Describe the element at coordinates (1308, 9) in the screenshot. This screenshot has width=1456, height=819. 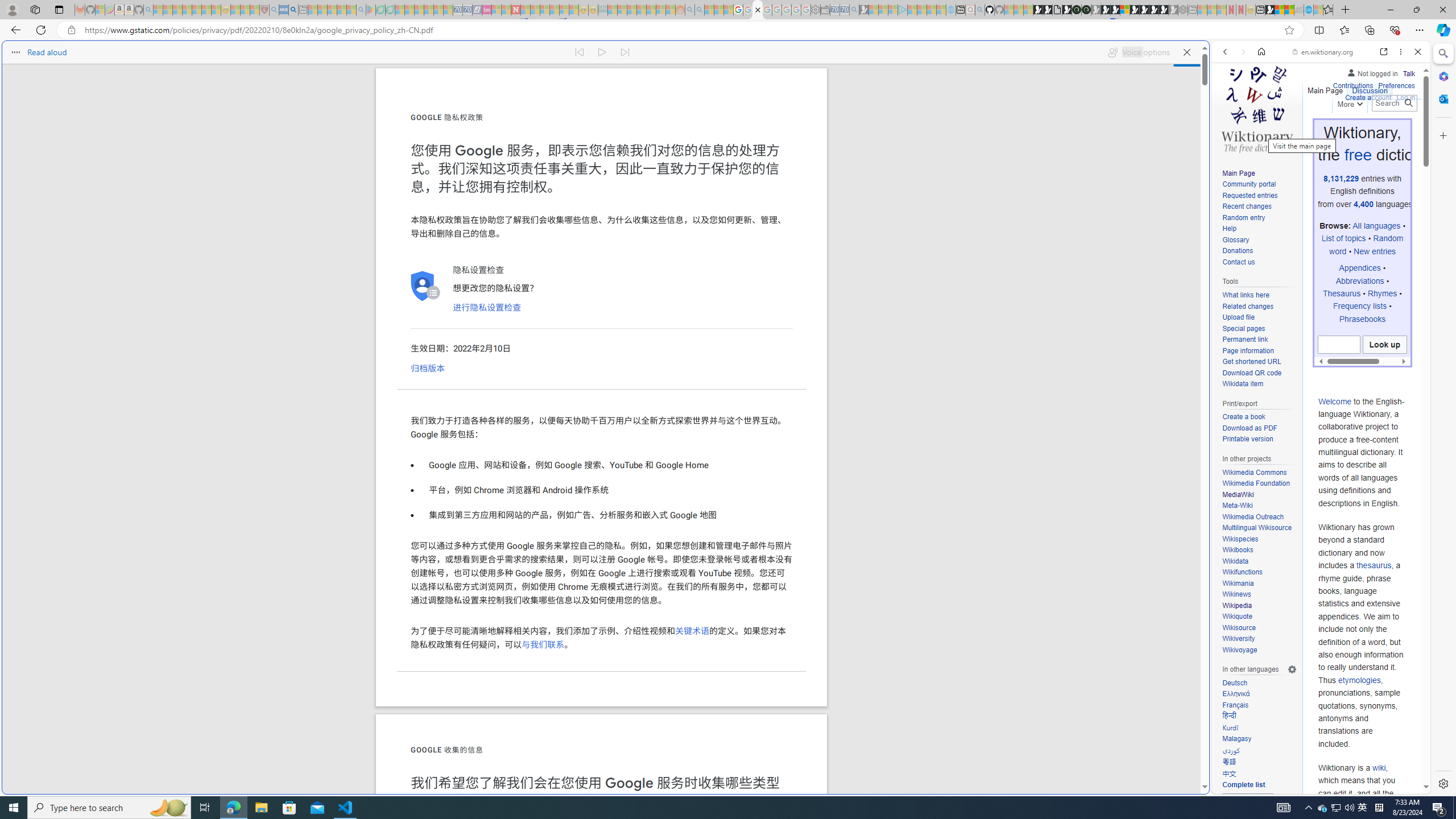
I see `'Services - Maintenance | Sky Blue Bikes - Sky Blue Bikes'` at that location.